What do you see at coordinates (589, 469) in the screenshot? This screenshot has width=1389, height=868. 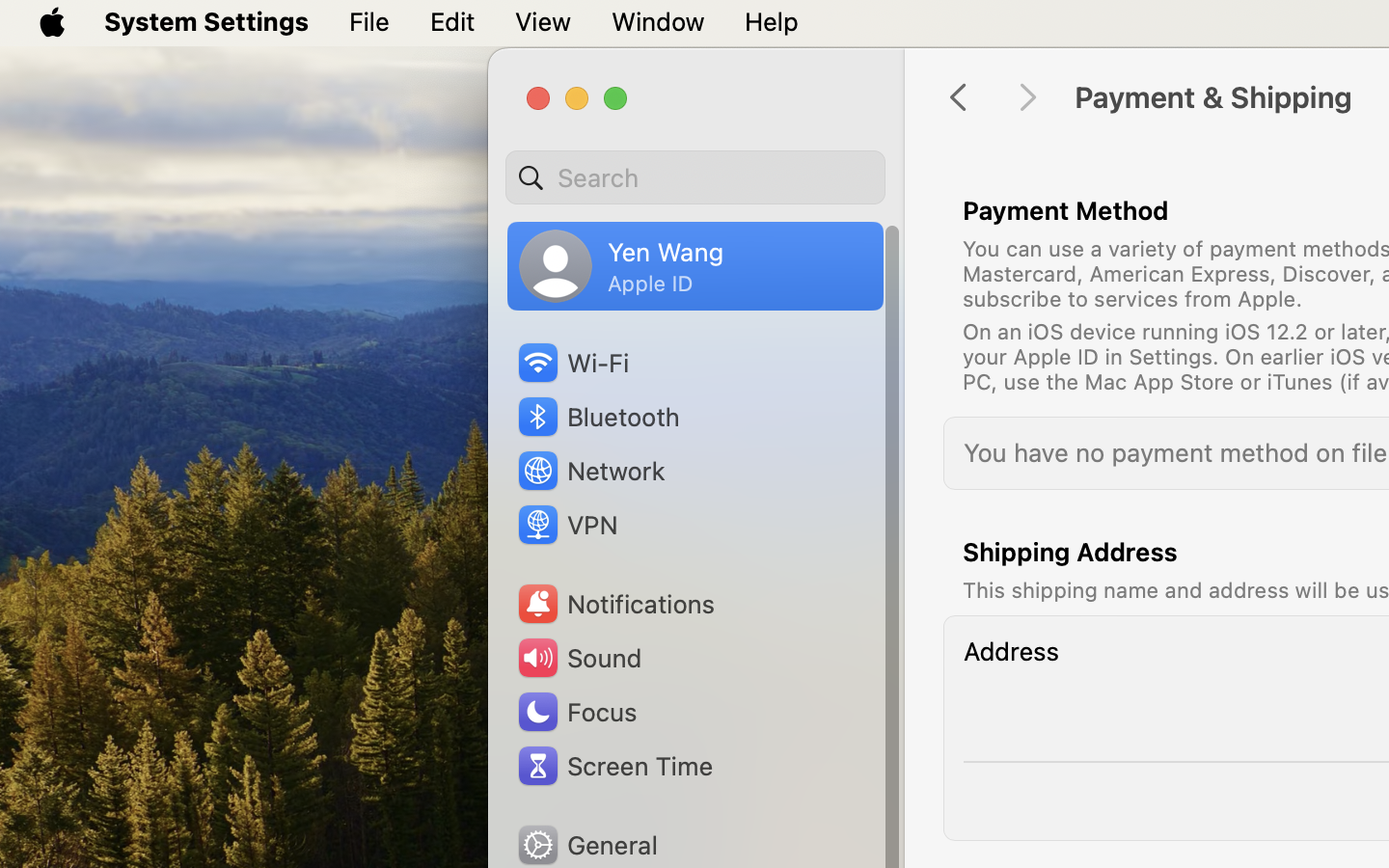 I see `'Network'` at bounding box center [589, 469].